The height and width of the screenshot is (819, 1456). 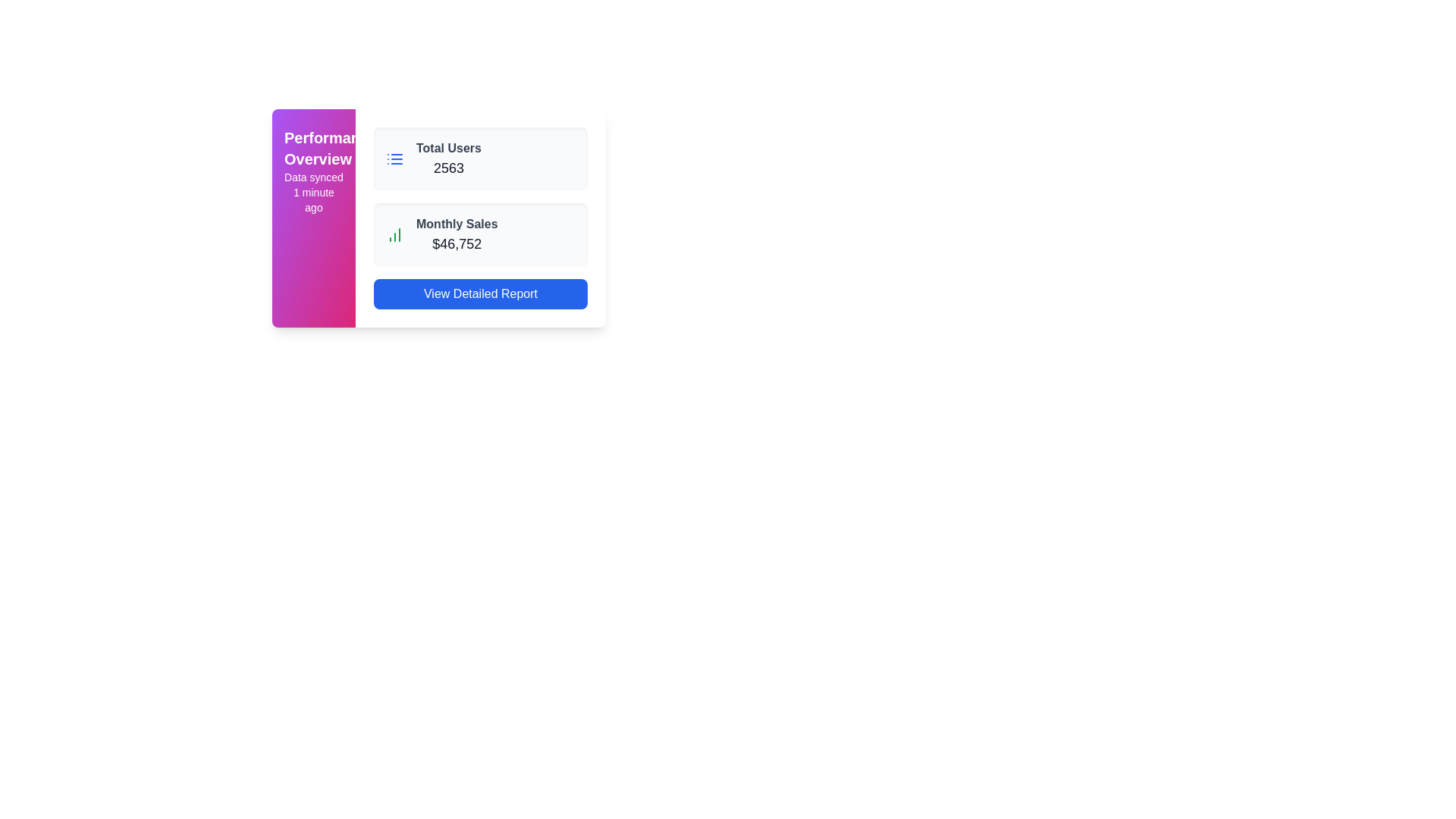 What do you see at coordinates (447, 168) in the screenshot?
I see `static text indicating the total number of users, which is displayed in bold numeric format below the label 'Total Users' on a white card layout to the right of the purple side panel titled 'Performance Overview'` at bounding box center [447, 168].